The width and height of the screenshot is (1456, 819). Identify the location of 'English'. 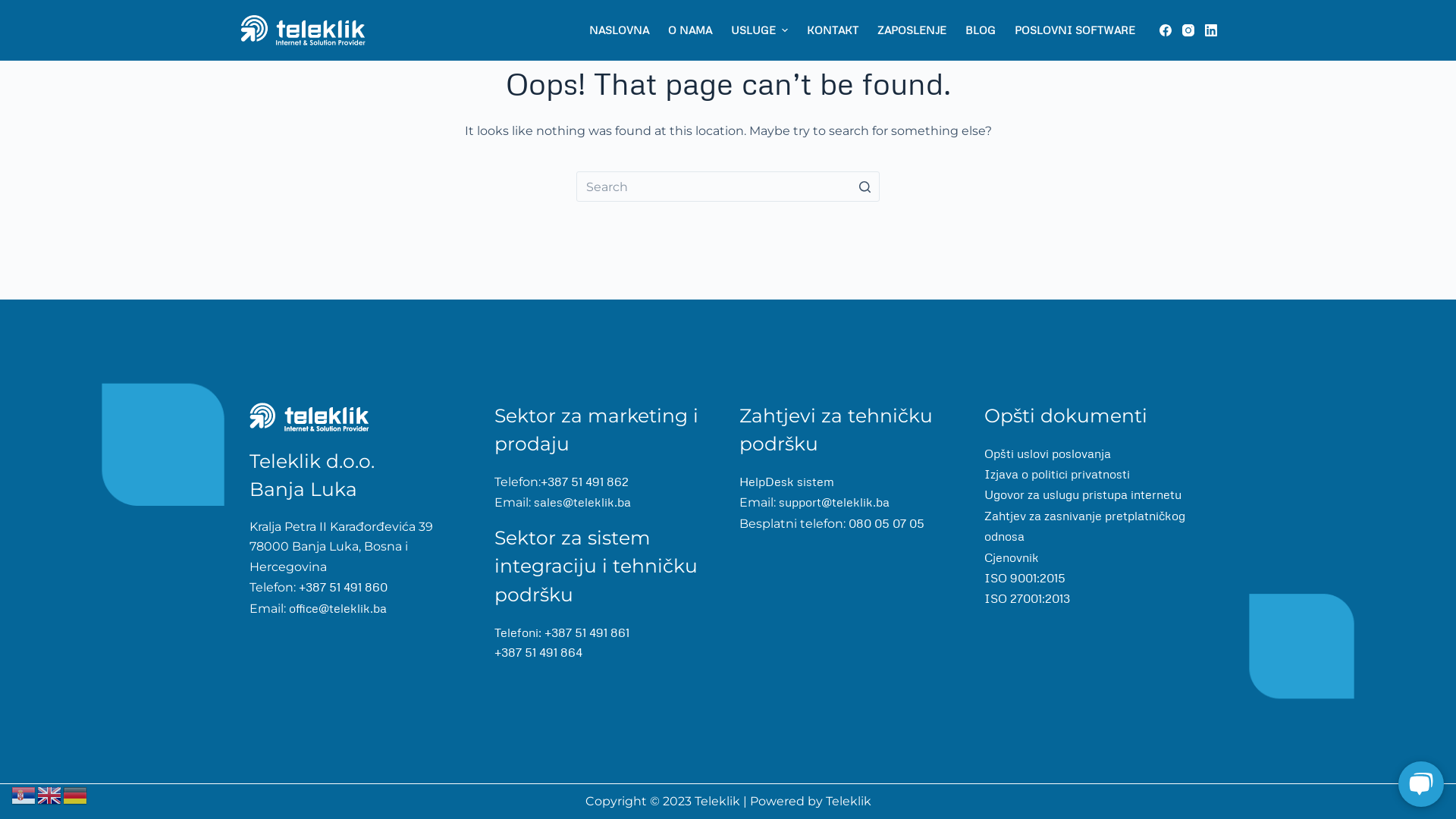
(36, 792).